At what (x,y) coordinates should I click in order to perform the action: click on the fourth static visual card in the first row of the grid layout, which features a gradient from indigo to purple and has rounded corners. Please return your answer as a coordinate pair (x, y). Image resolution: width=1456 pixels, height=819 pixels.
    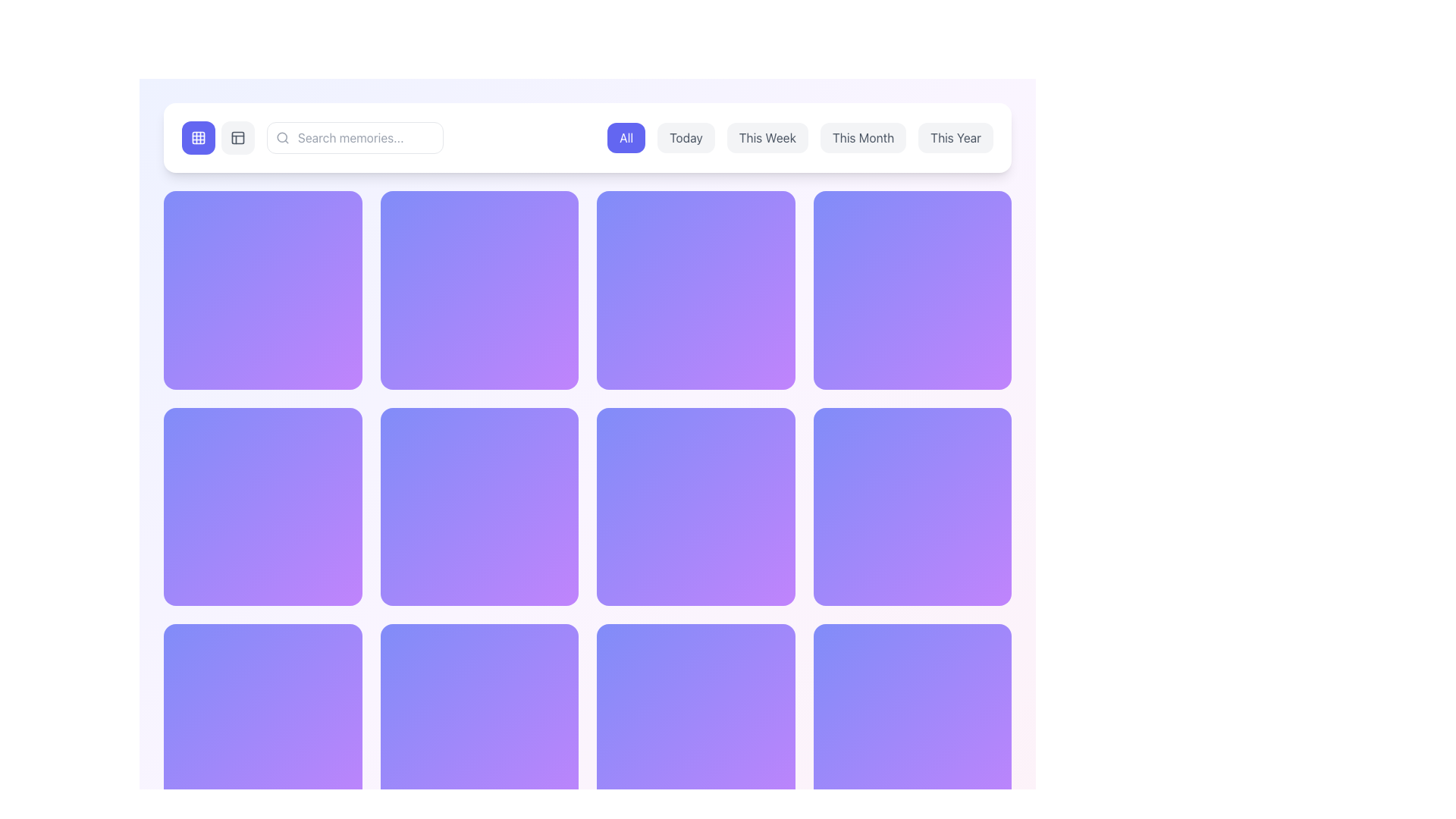
    Looking at the image, I should click on (912, 290).